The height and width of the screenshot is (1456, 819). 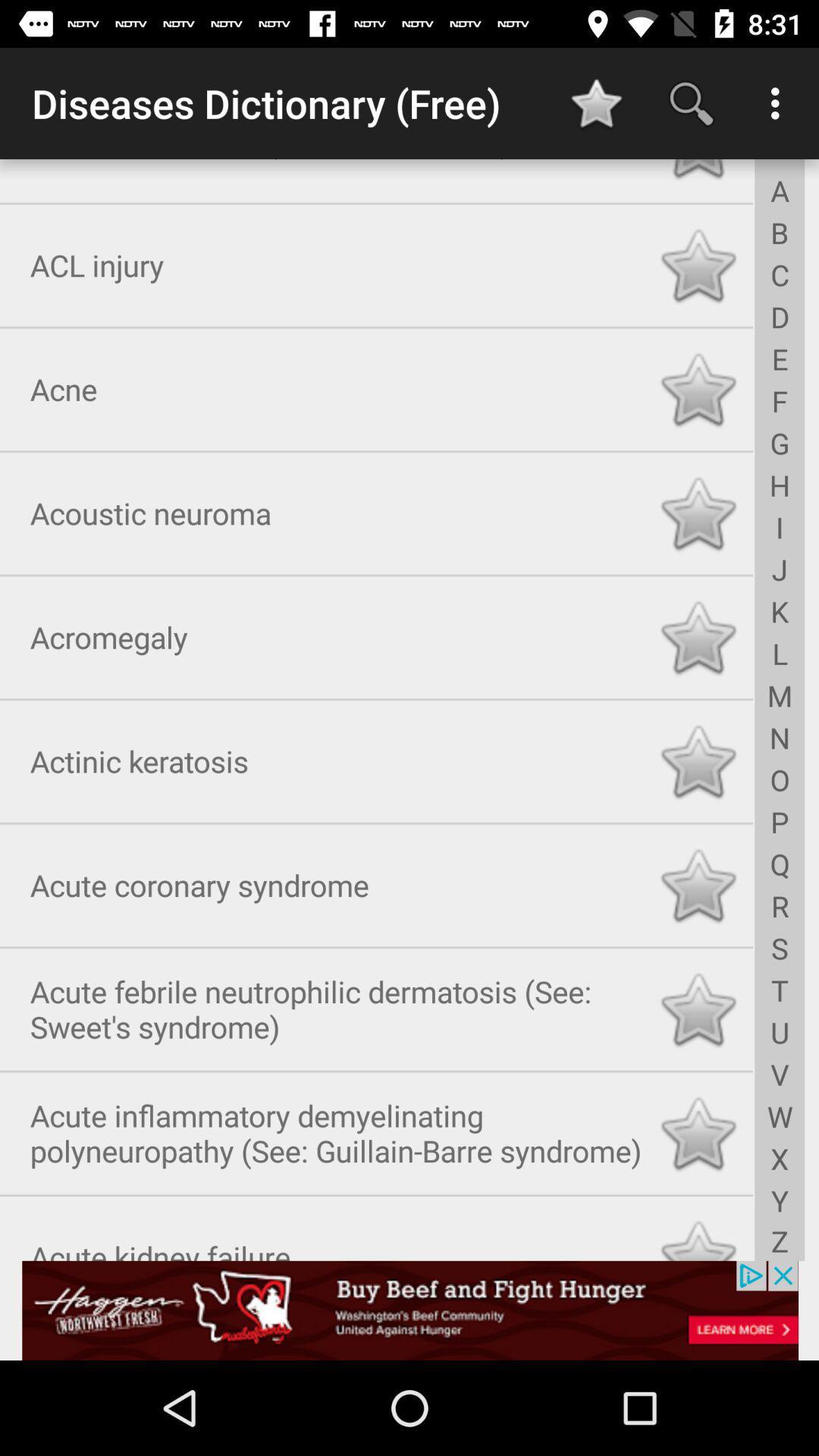 I want to click on click advertisement, so click(x=409, y=1310).